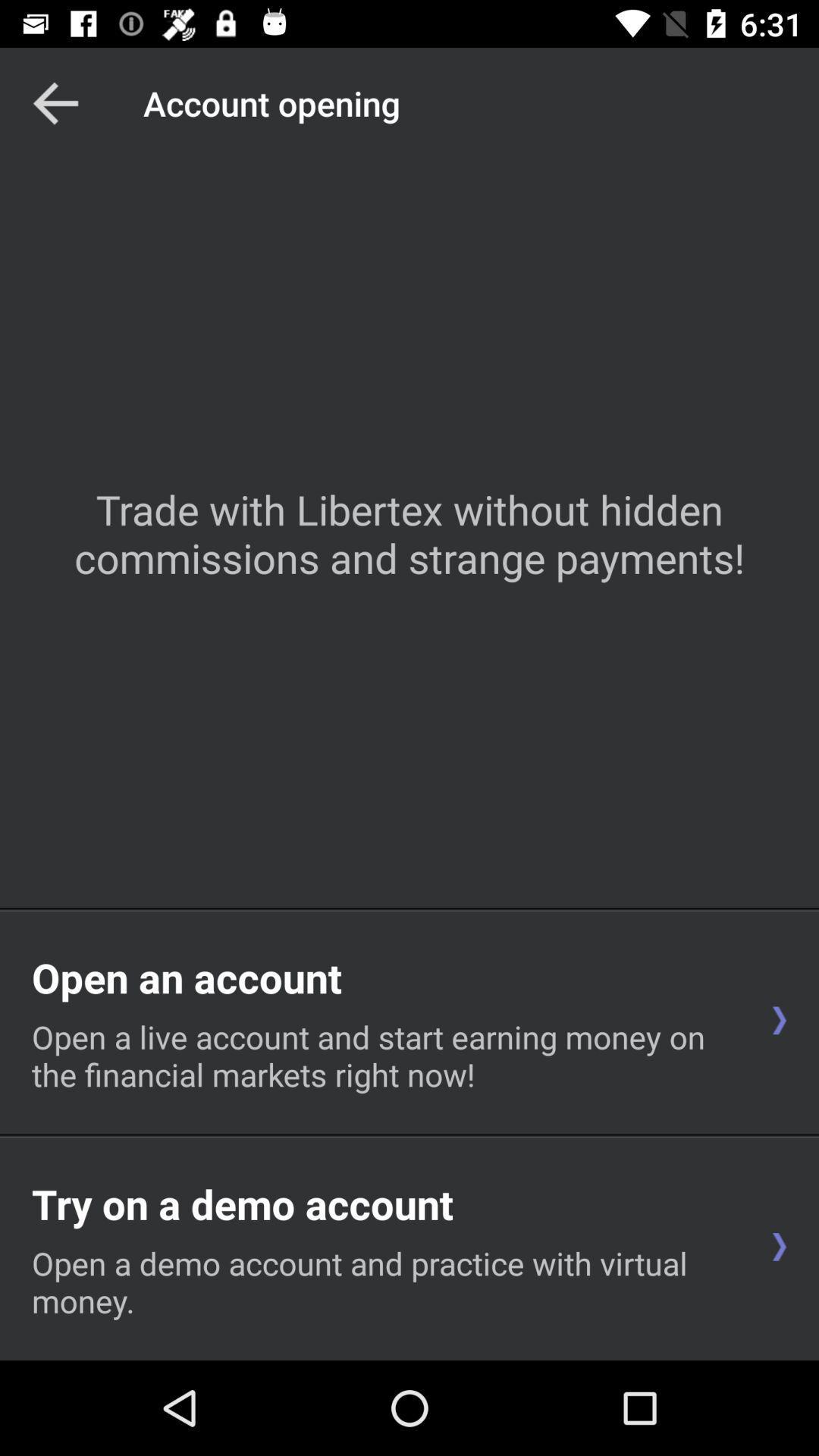  Describe the element at coordinates (55, 102) in the screenshot. I see `back toggle` at that location.